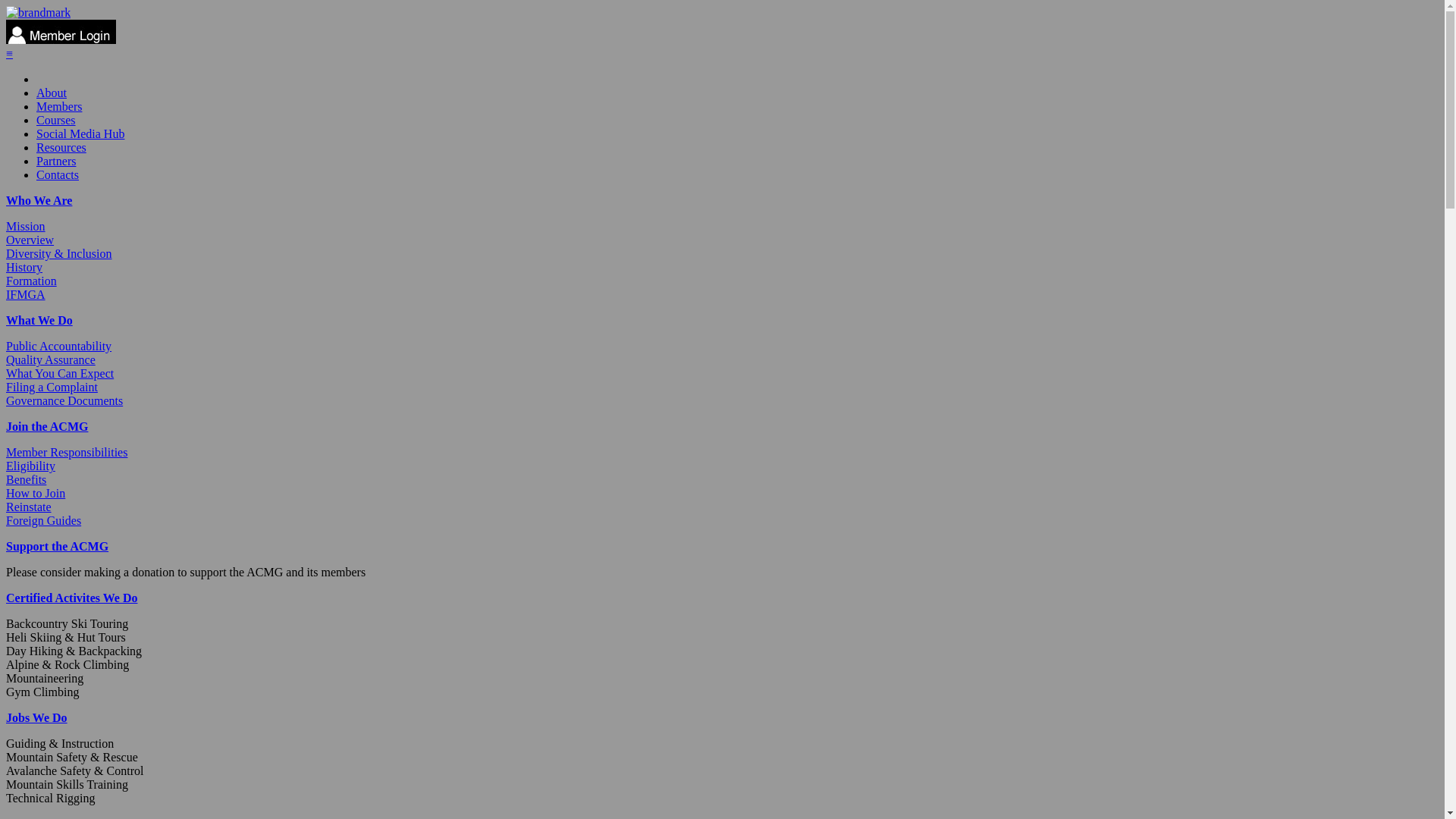  I want to click on 'Jobs We Do', so click(36, 717).